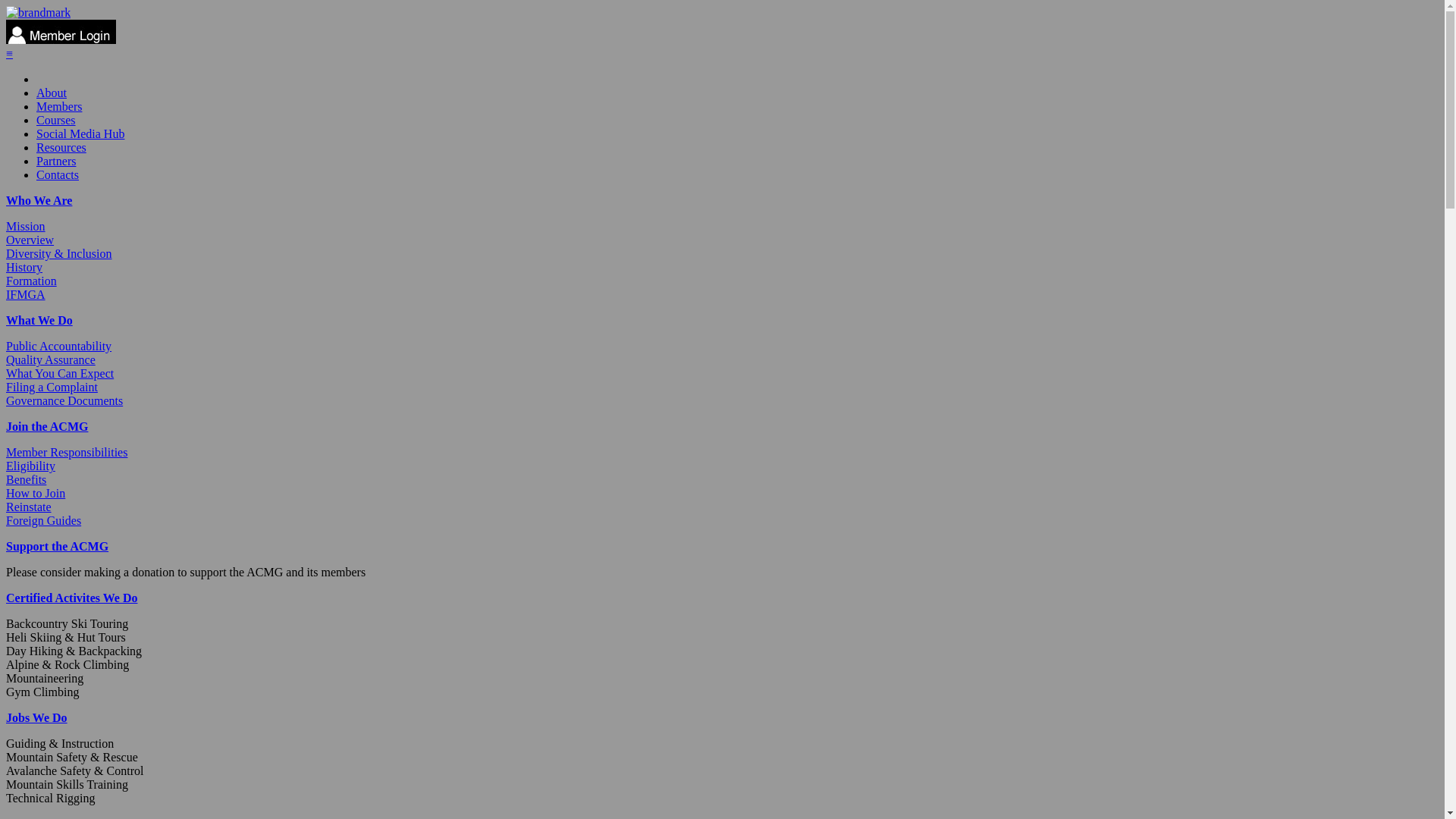  I want to click on 'Jobs We Do', so click(36, 717).